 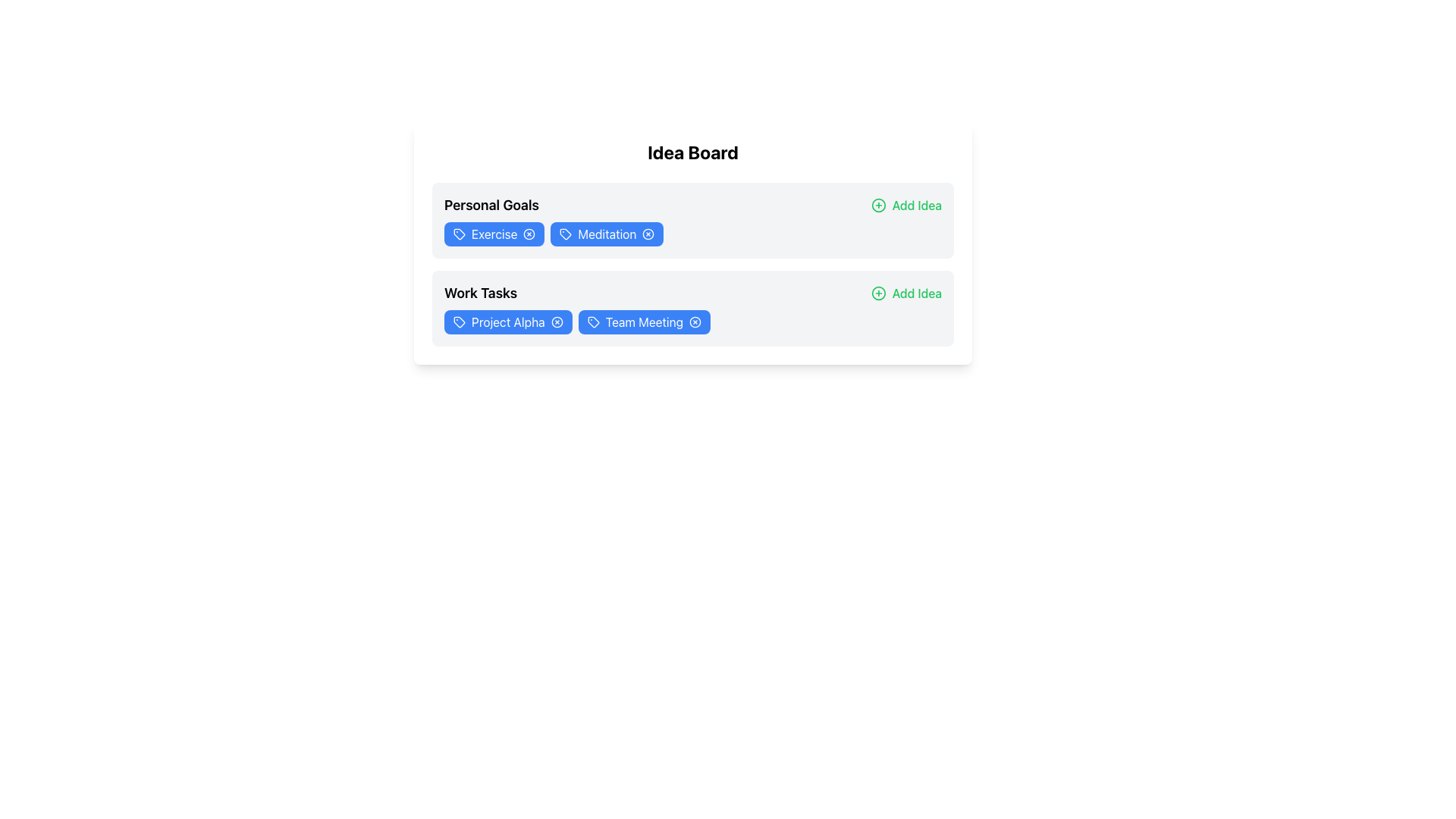 What do you see at coordinates (592, 321) in the screenshot?
I see `the decorative tag icon associated with the 'Team Meeting' text located below the 'Personal Goals' section and to the left of 'Team Meeting'` at bounding box center [592, 321].